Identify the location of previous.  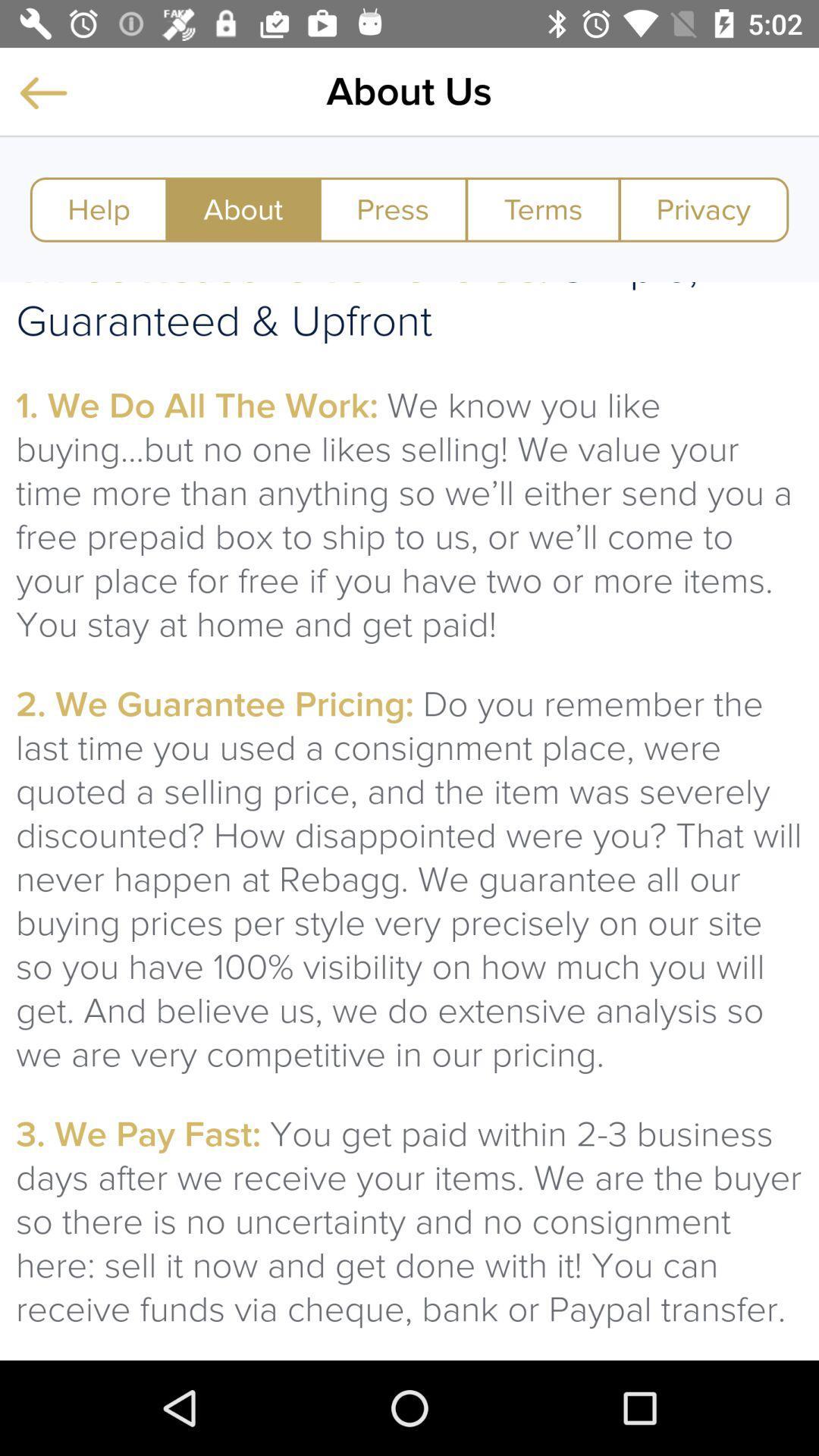
(42, 92).